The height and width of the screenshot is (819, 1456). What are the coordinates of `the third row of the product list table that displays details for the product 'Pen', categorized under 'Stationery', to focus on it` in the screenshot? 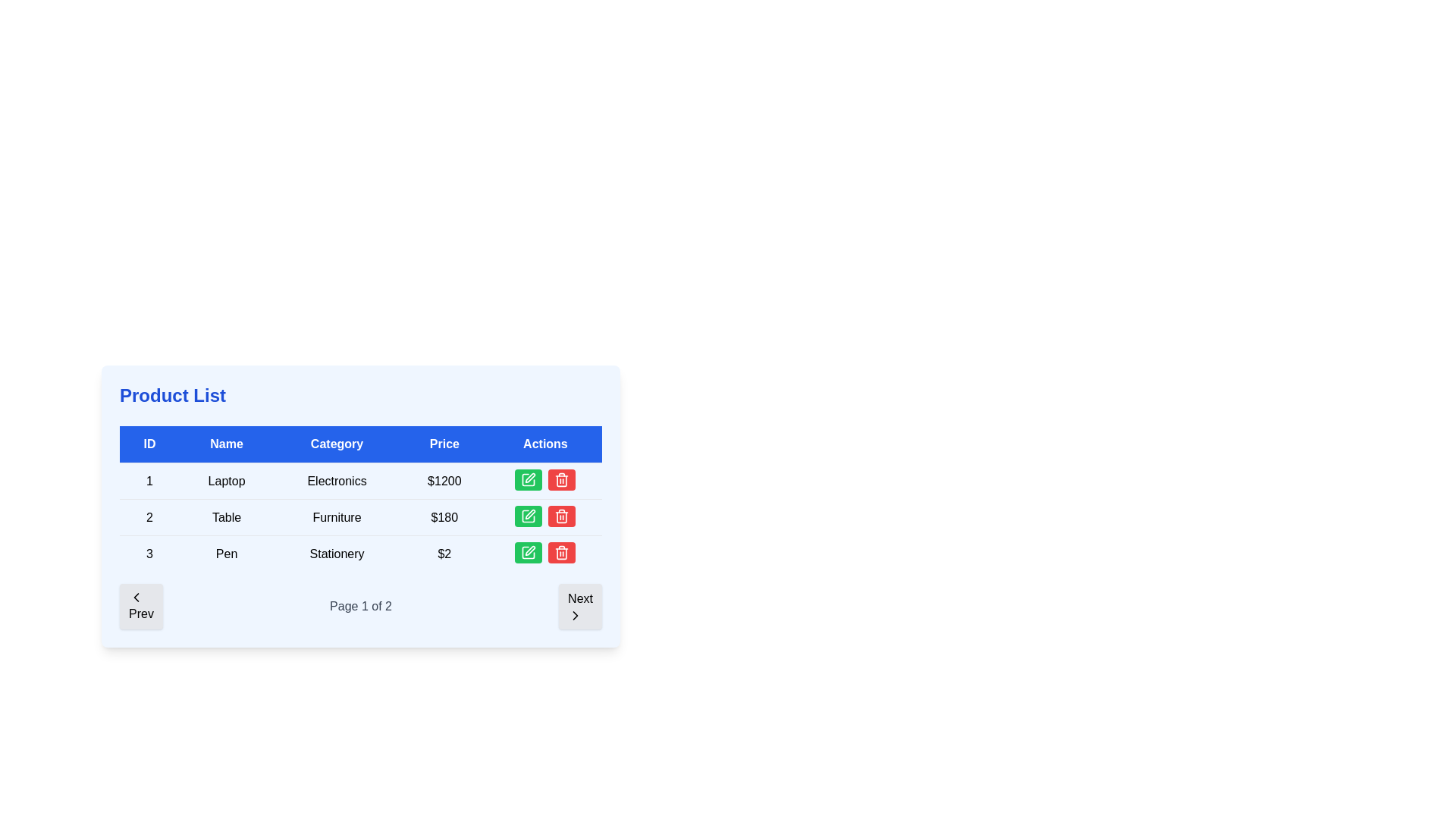 It's located at (359, 553).